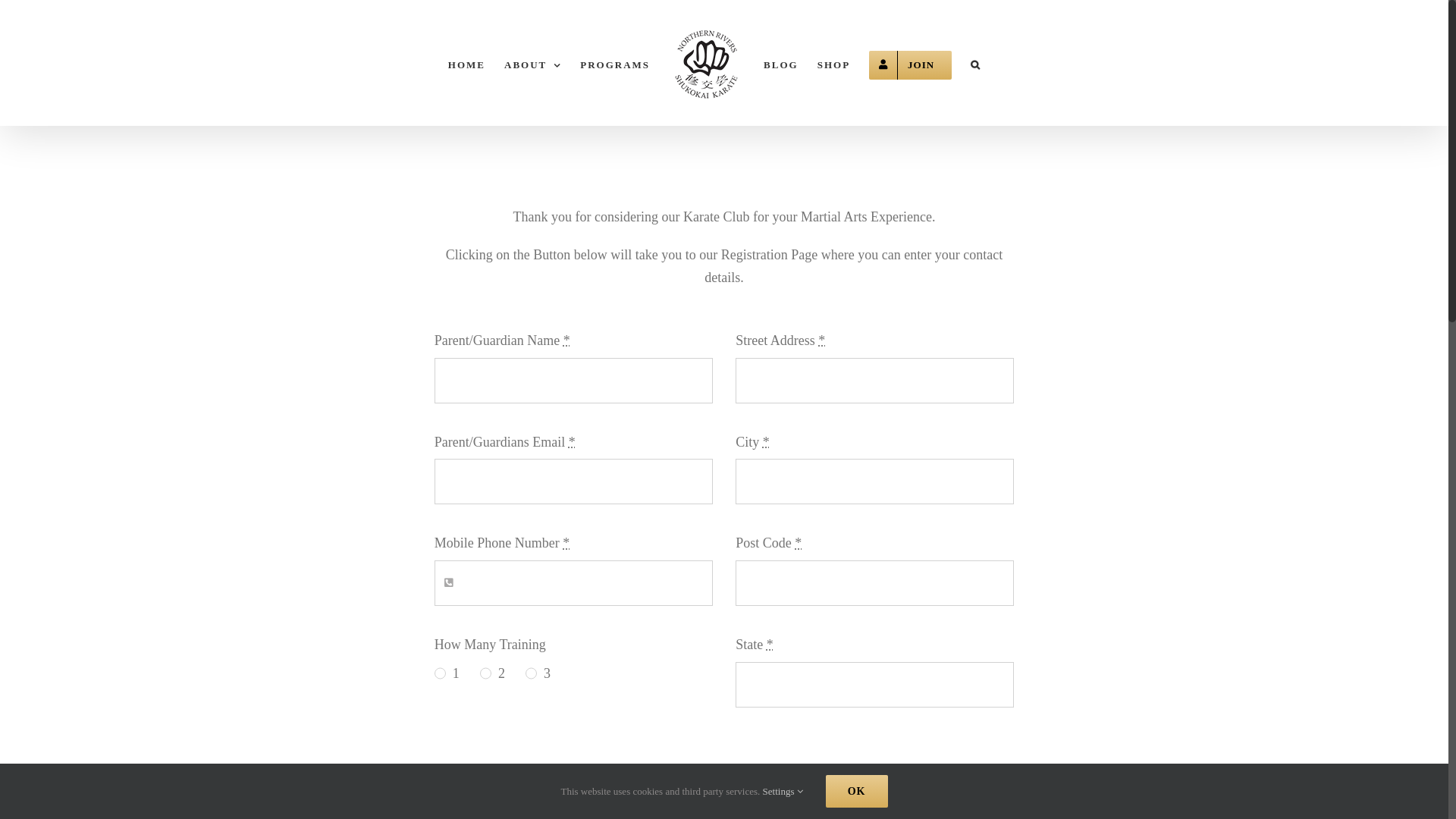  I want to click on 'Settings', so click(783, 790).